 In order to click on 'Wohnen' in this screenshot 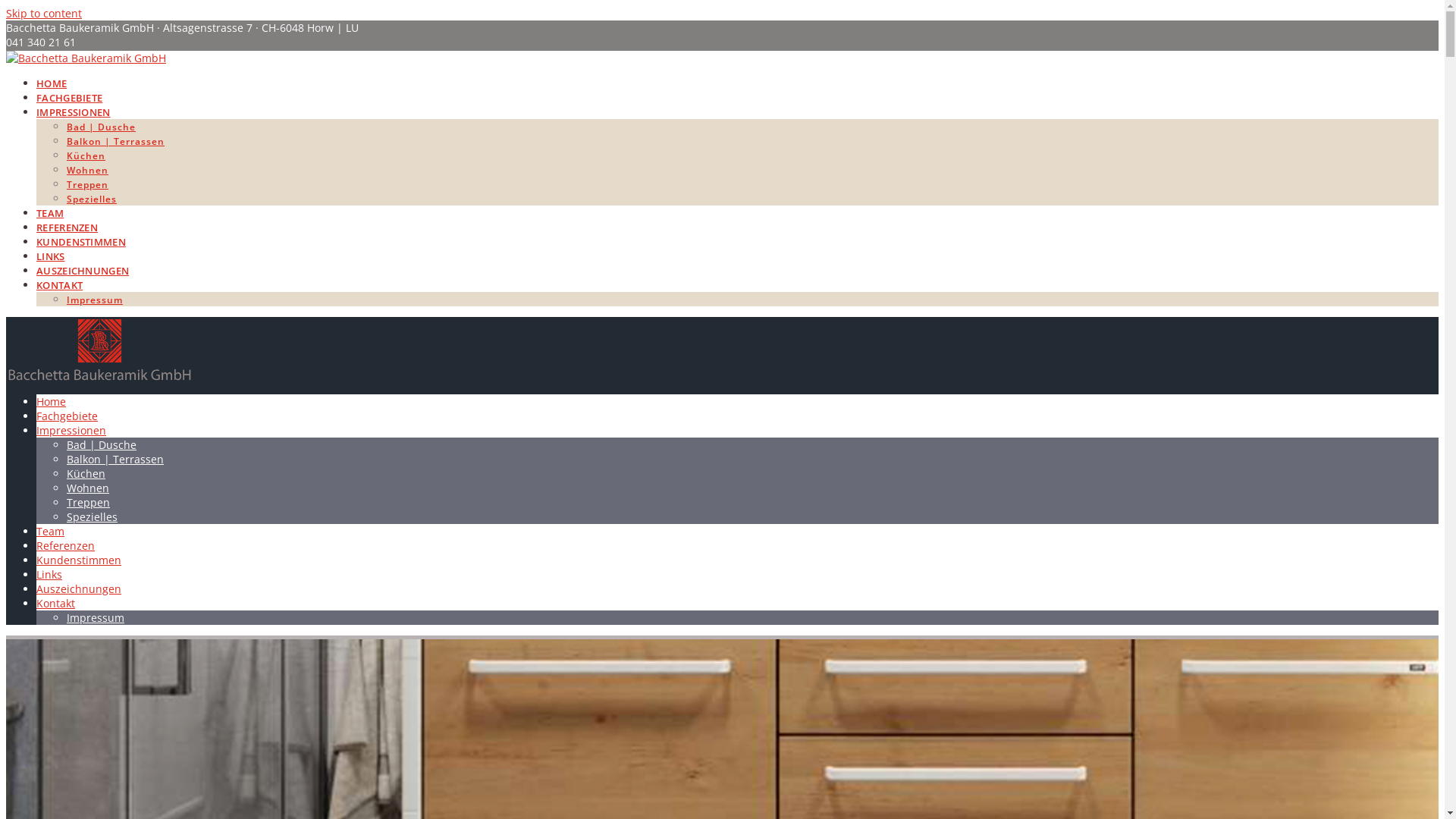, I will do `click(86, 488)`.